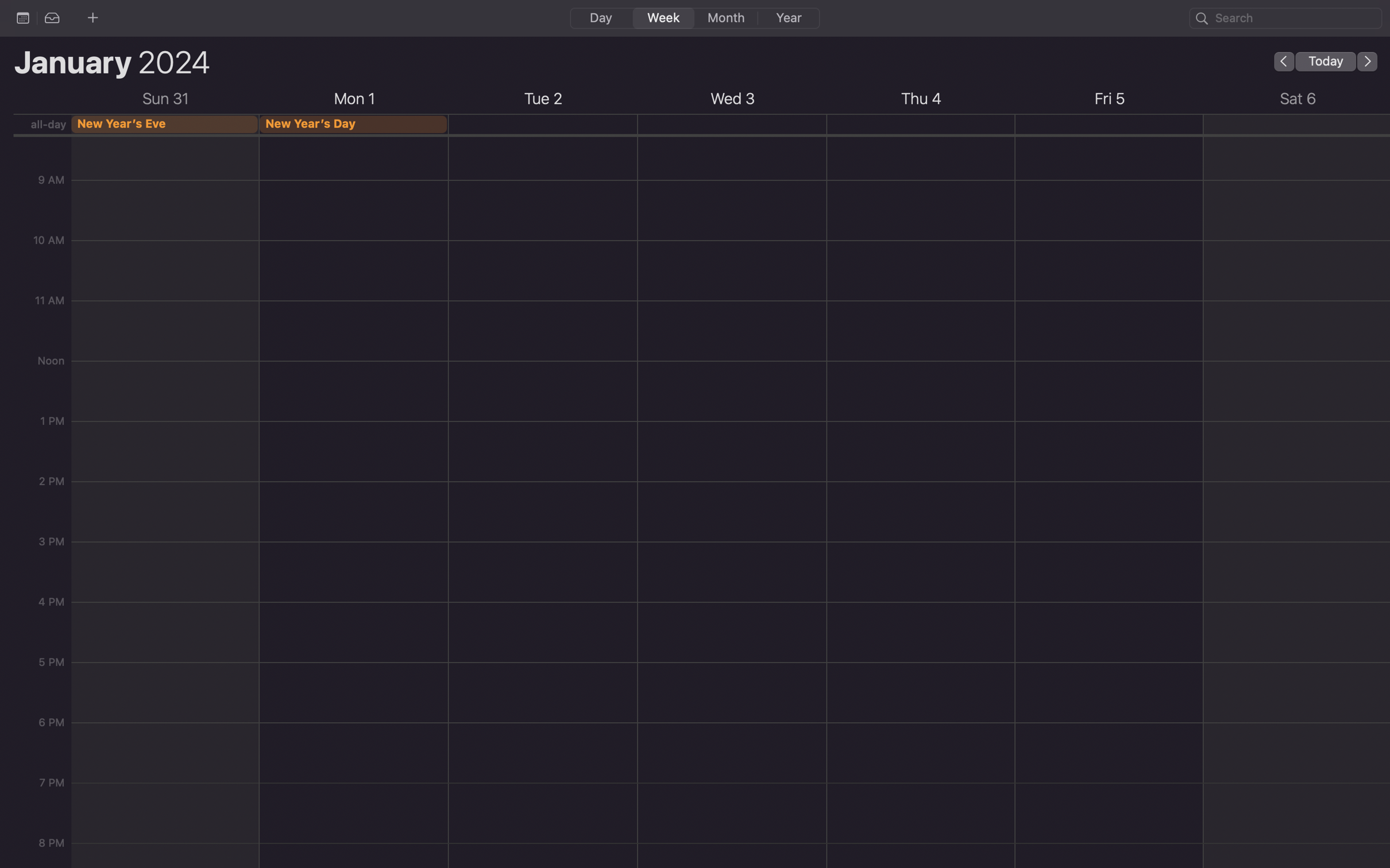 This screenshot has height=868, width=1390. Describe the element at coordinates (542, 191) in the screenshot. I see `Schedule an itinerary on Monday from 11am till 4:30 pm` at that location.